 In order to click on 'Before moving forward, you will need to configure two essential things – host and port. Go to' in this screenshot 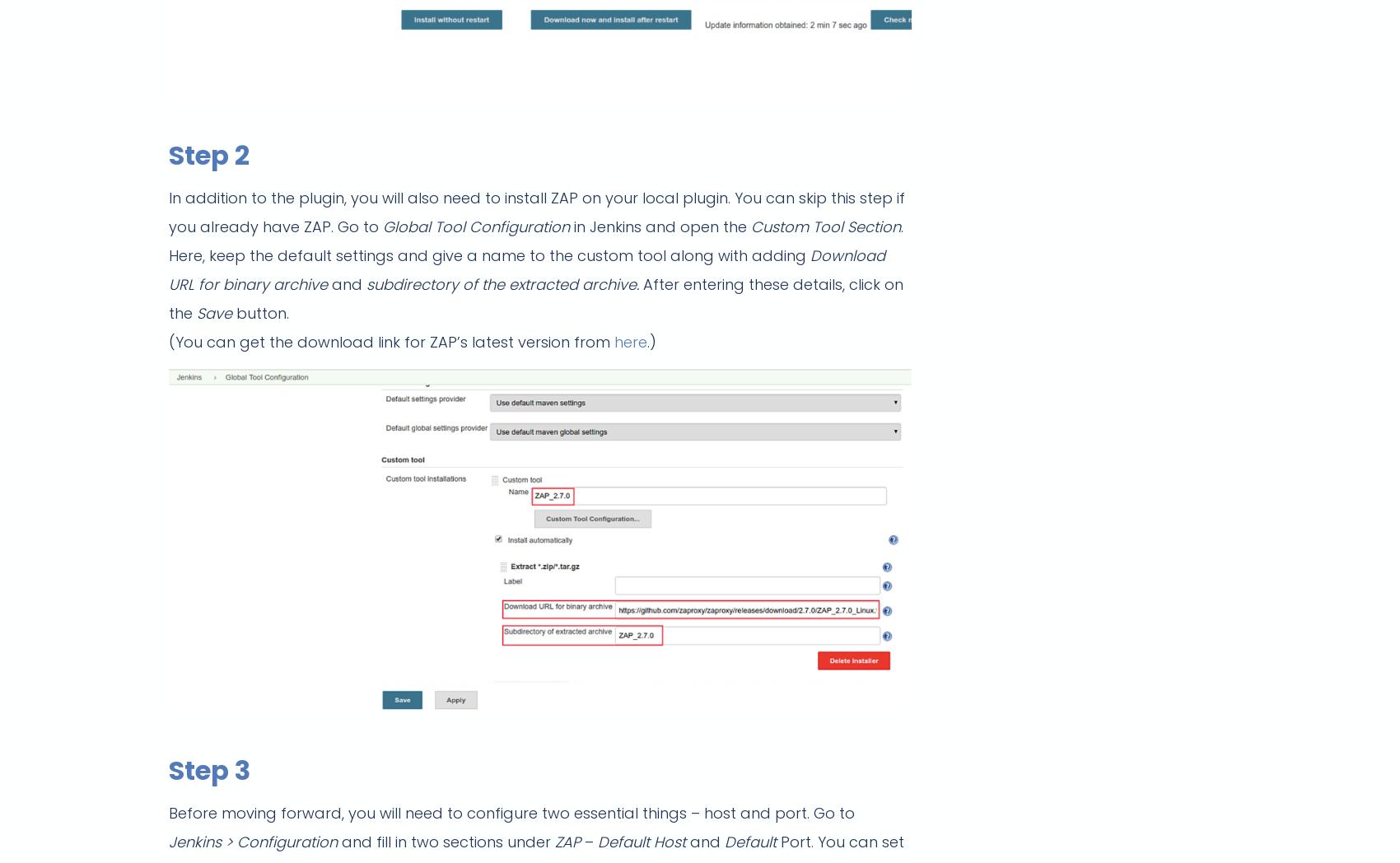, I will do `click(168, 812)`.